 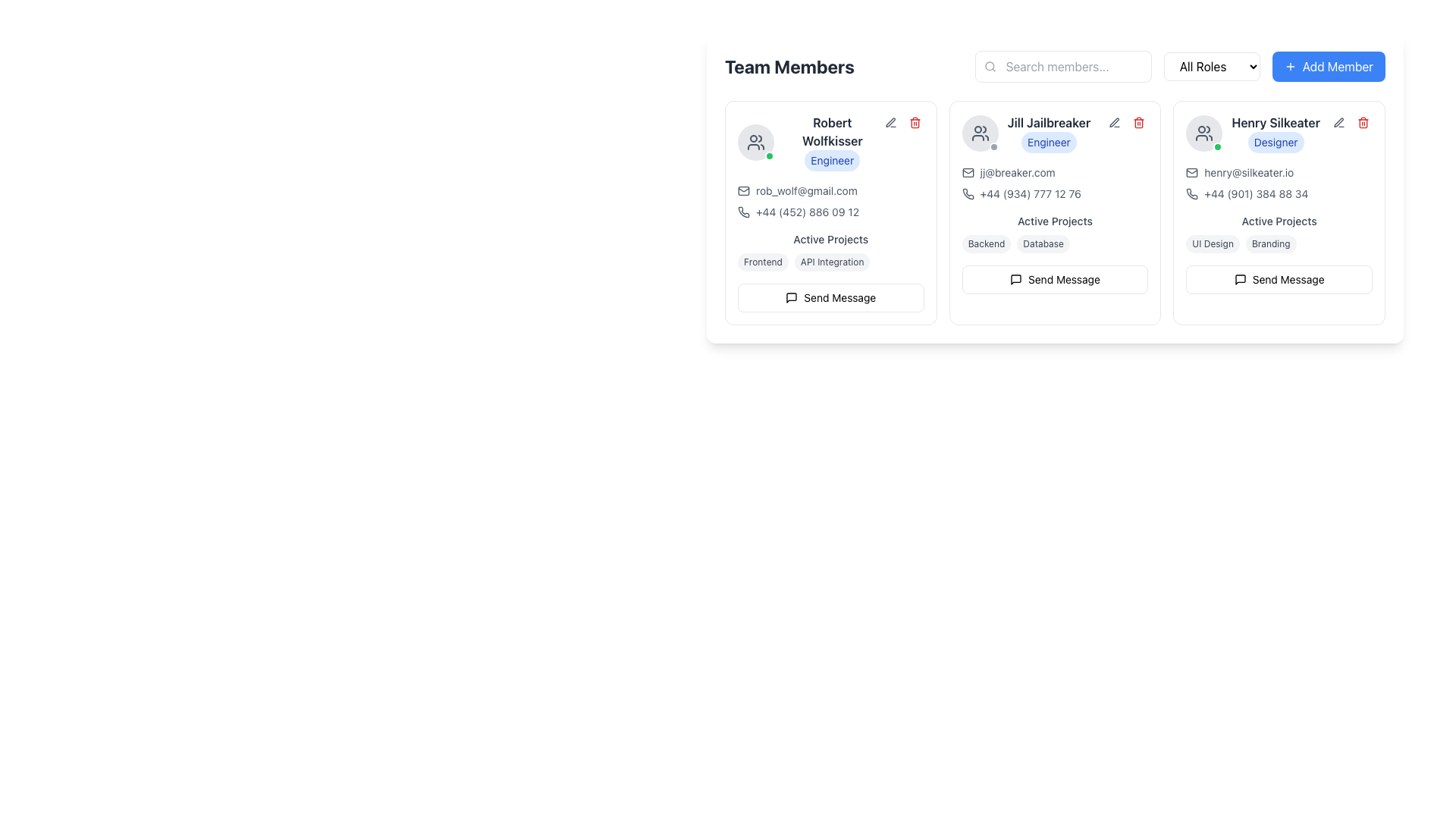 I want to click on the envelope icon located to the left of the email address 'henry@silkeater.io' in the user profile section labeled 'Henry Silkeater', so click(x=1191, y=171).